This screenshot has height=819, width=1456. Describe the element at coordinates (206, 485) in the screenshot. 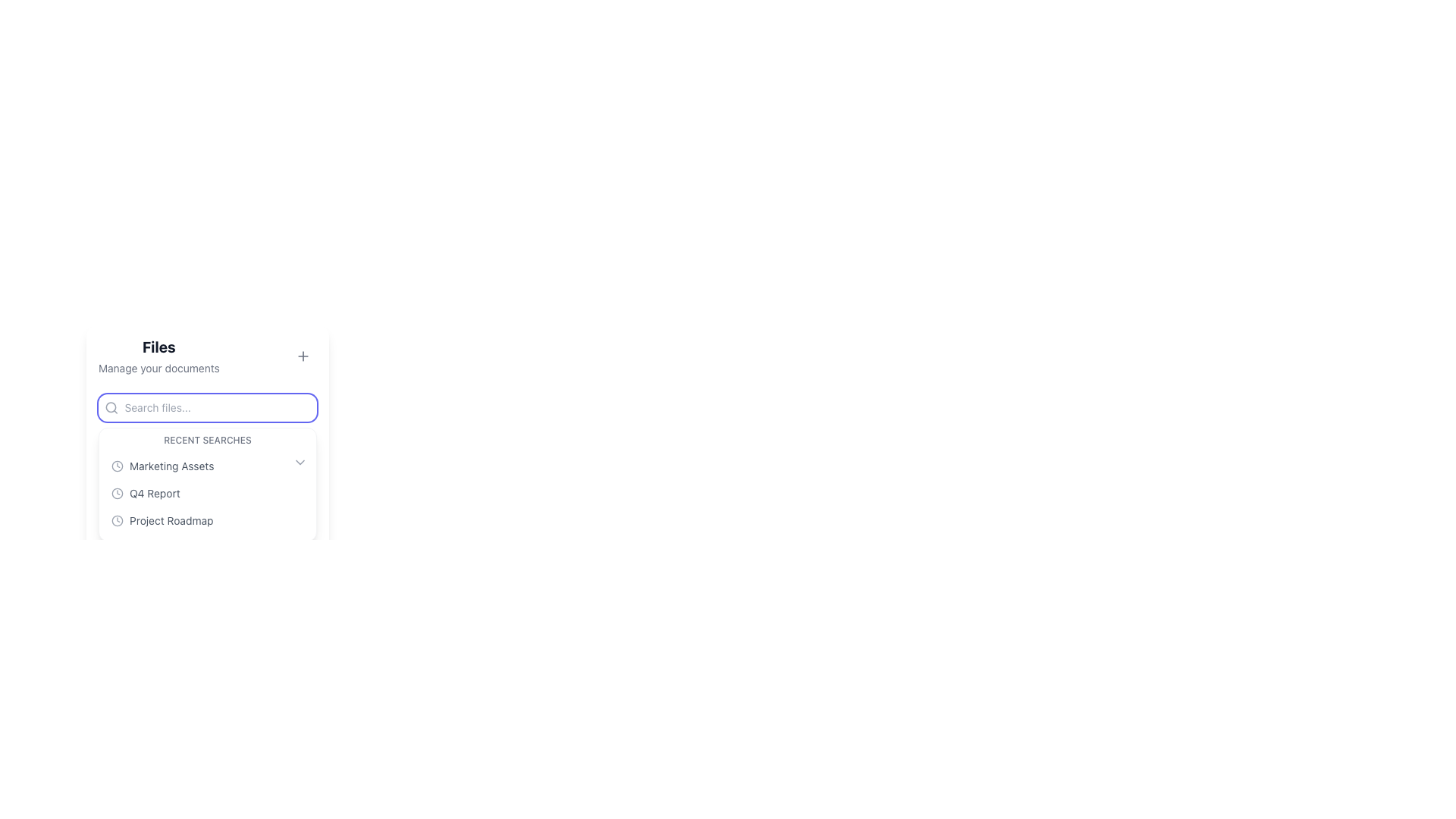

I see `the 'RECENT SEARCHES' dropdown menu` at that location.